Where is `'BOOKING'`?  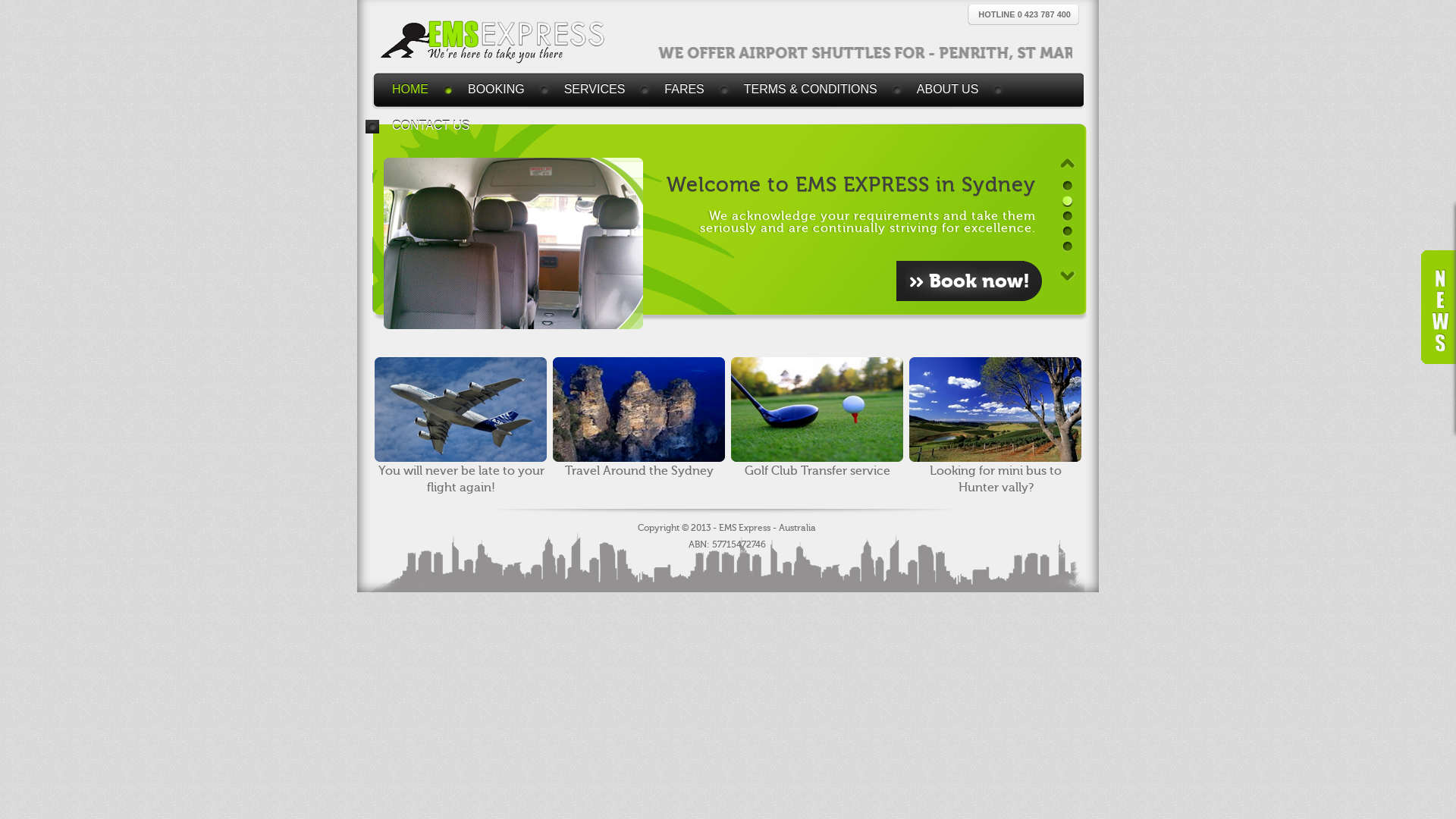
'BOOKING' is located at coordinates (500, 89).